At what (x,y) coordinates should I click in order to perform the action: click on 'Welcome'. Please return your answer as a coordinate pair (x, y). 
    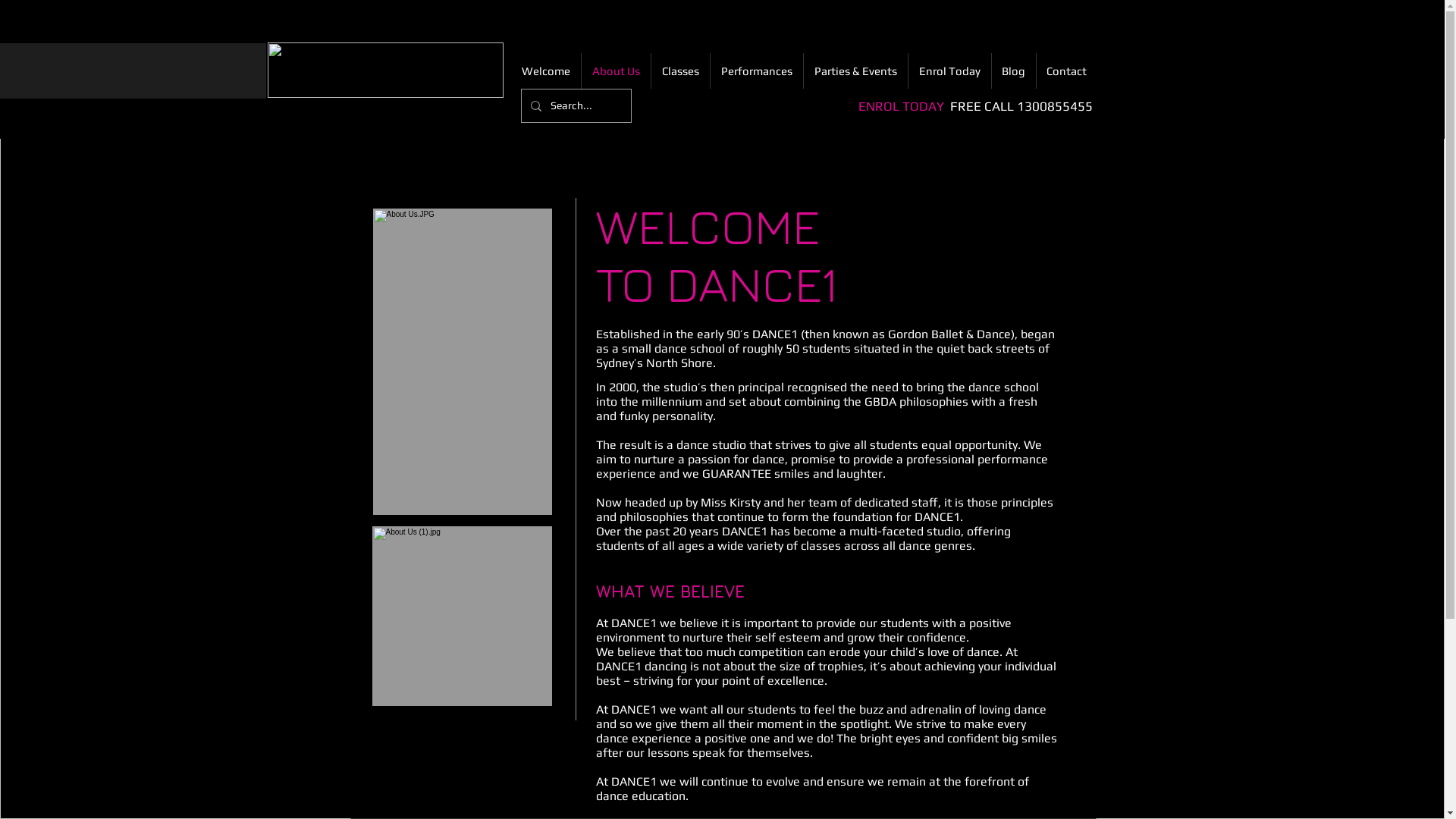
    Looking at the image, I should click on (546, 71).